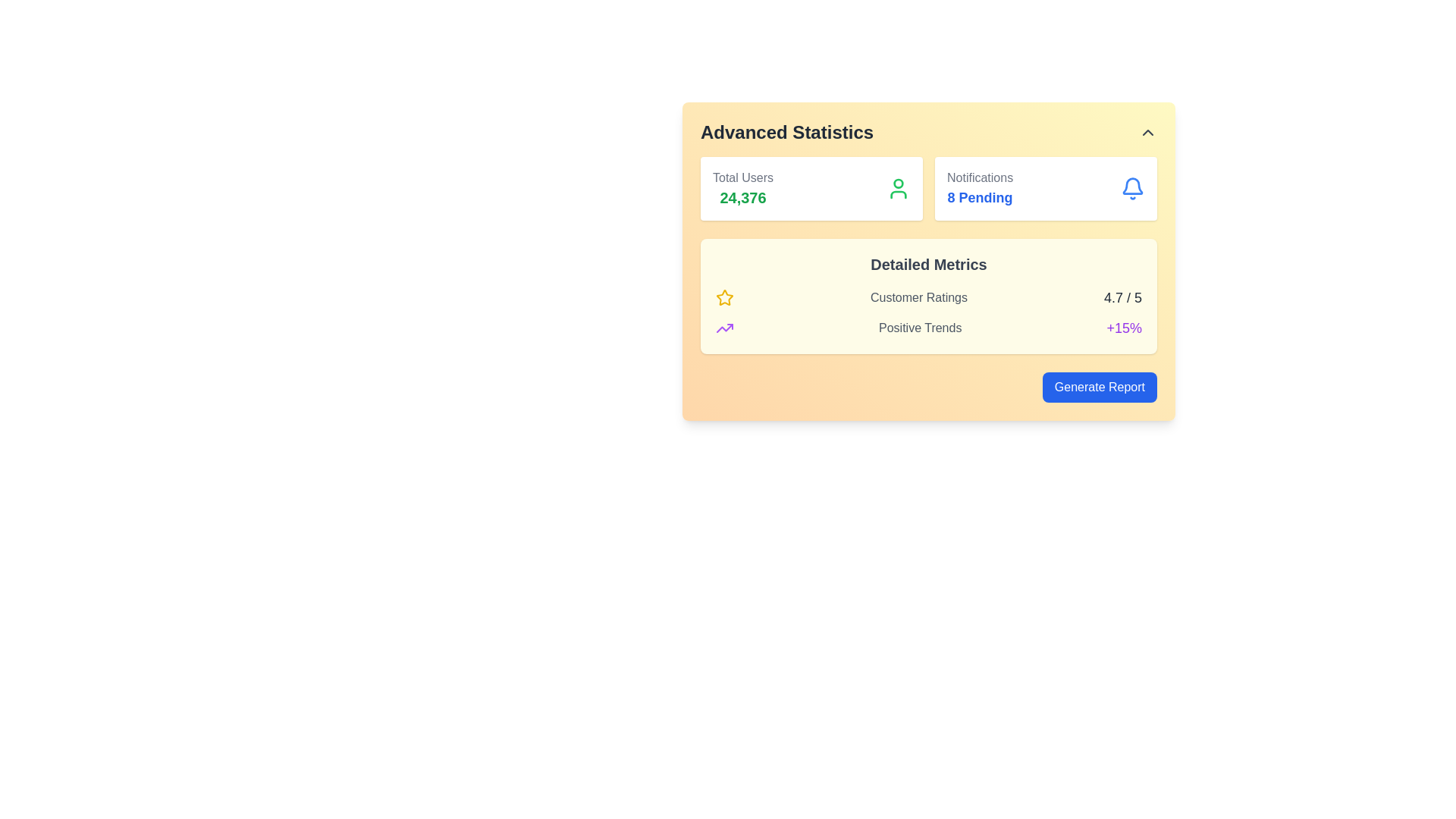 This screenshot has width=1456, height=819. What do you see at coordinates (899, 188) in the screenshot?
I see `the user icon in the 'Total Users' section of the 'Advanced Statistics' card, which is represented by a simplistic green human figure and is located to the right of the number '24,376'` at bounding box center [899, 188].